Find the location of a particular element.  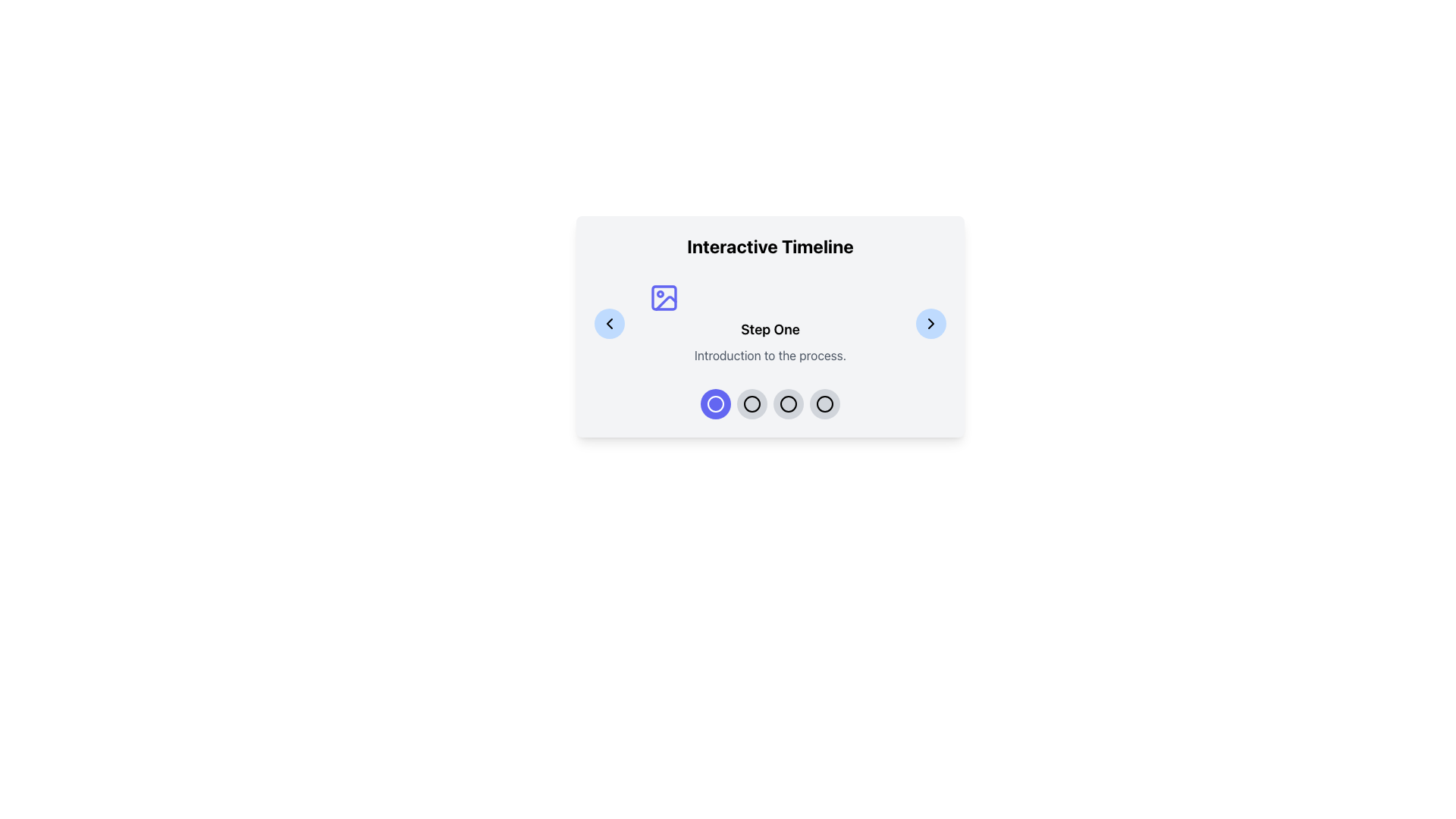

the small indigo icon resembling a framed picture, positioned above the text 'Step One' and 'Introduction to the process' in the upper-left segment of the card interface is located at coordinates (664, 298).